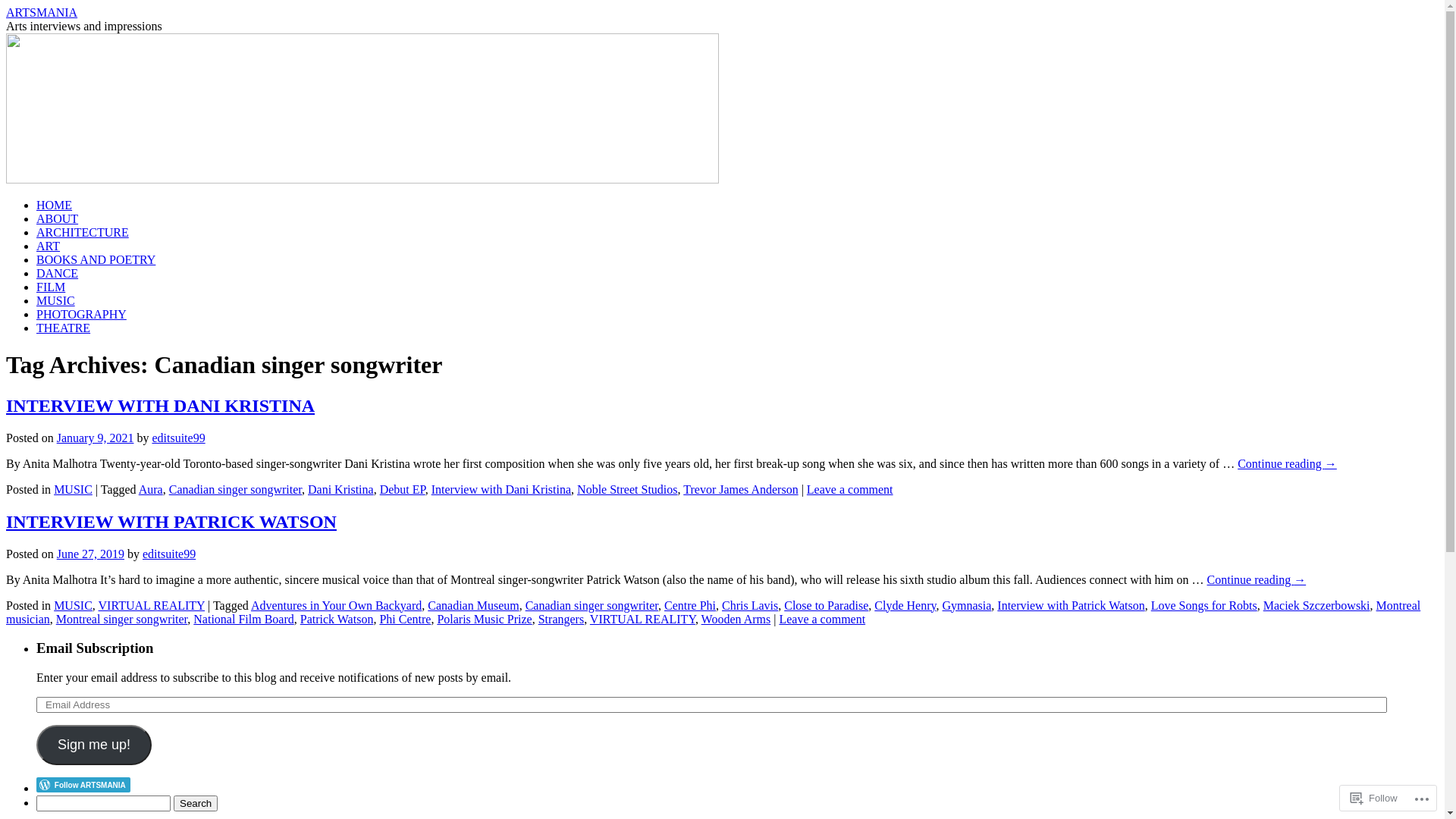 This screenshot has height=819, width=1456. What do you see at coordinates (55, 619) in the screenshot?
I see `'Montreal singer songwriter'` at bounding box center [55, 619].